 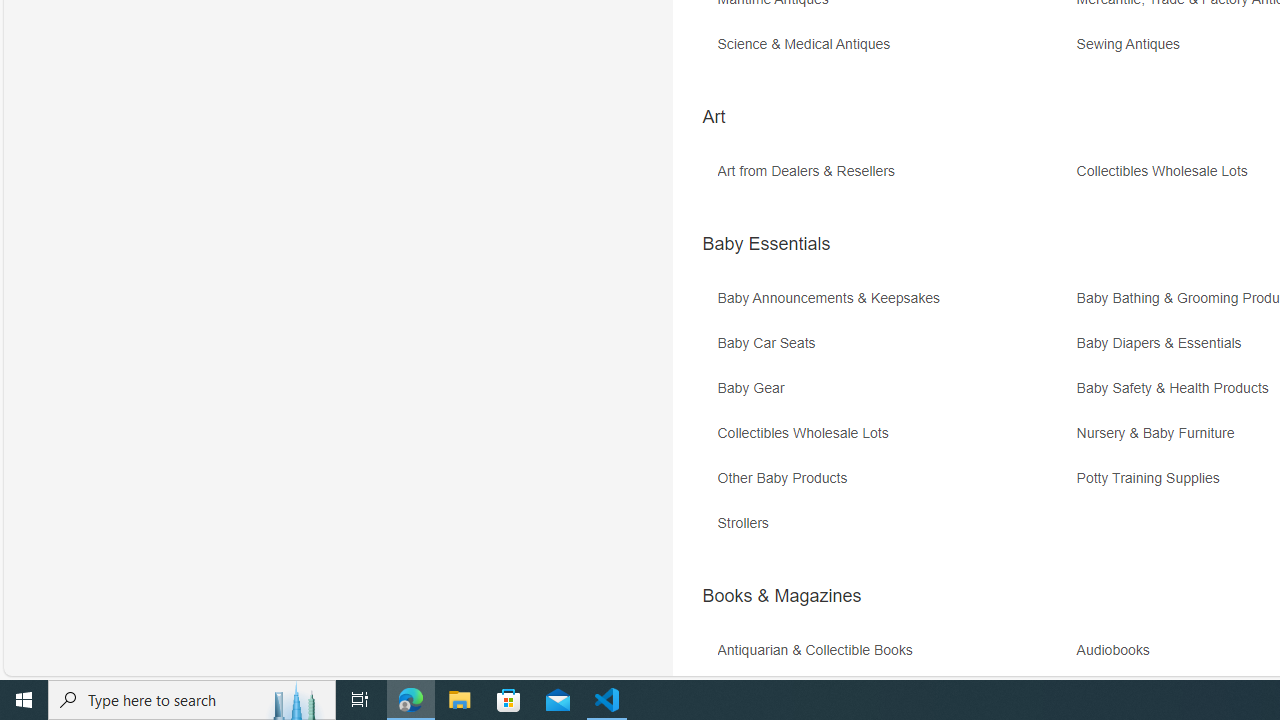 I want to click on 'Baby Diapers & Essentials', so click(x=1164, y=342).